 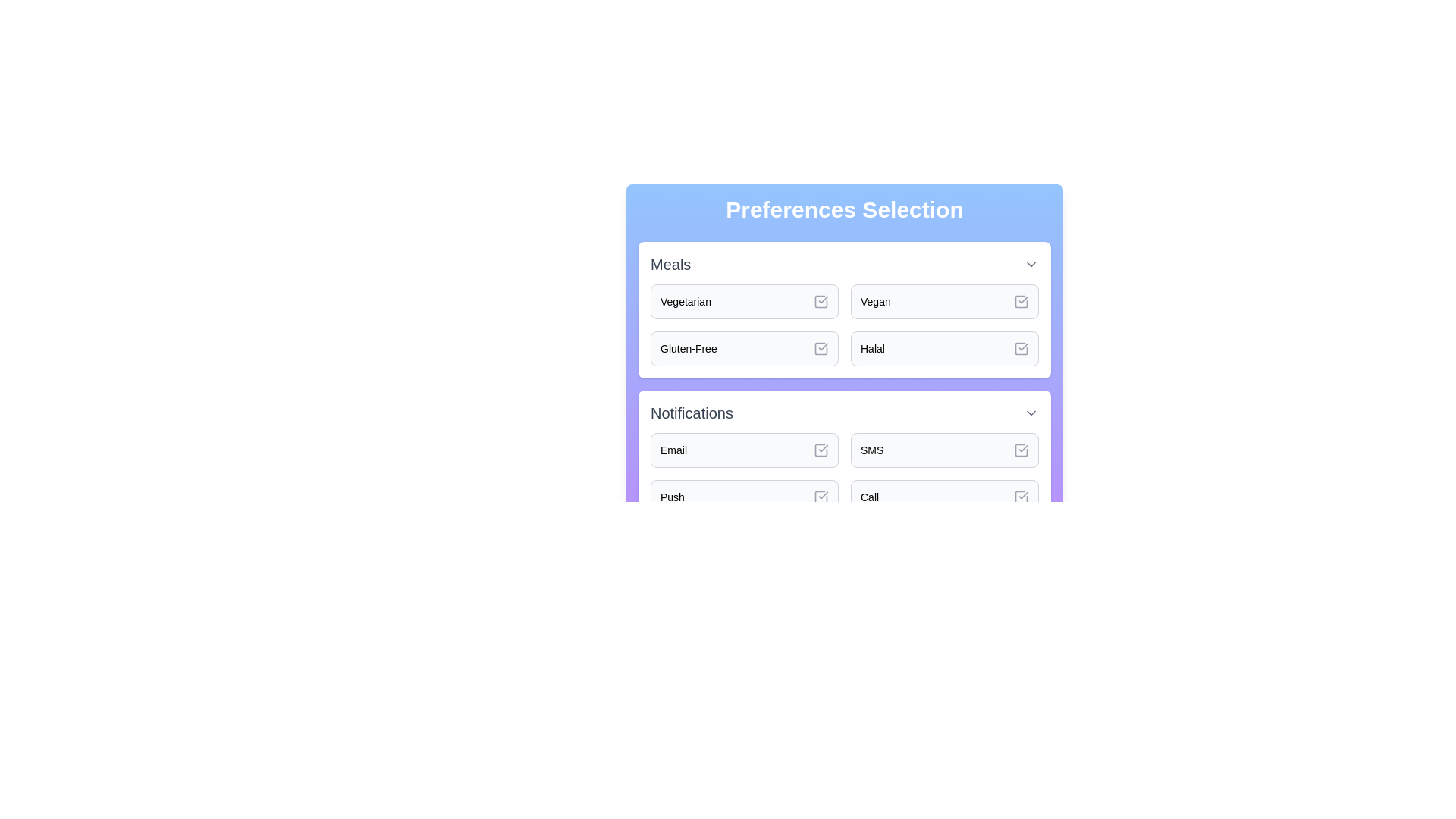 I want to click on the checkbox labeled 'Gluten-Free', so click(x=745, y=348).